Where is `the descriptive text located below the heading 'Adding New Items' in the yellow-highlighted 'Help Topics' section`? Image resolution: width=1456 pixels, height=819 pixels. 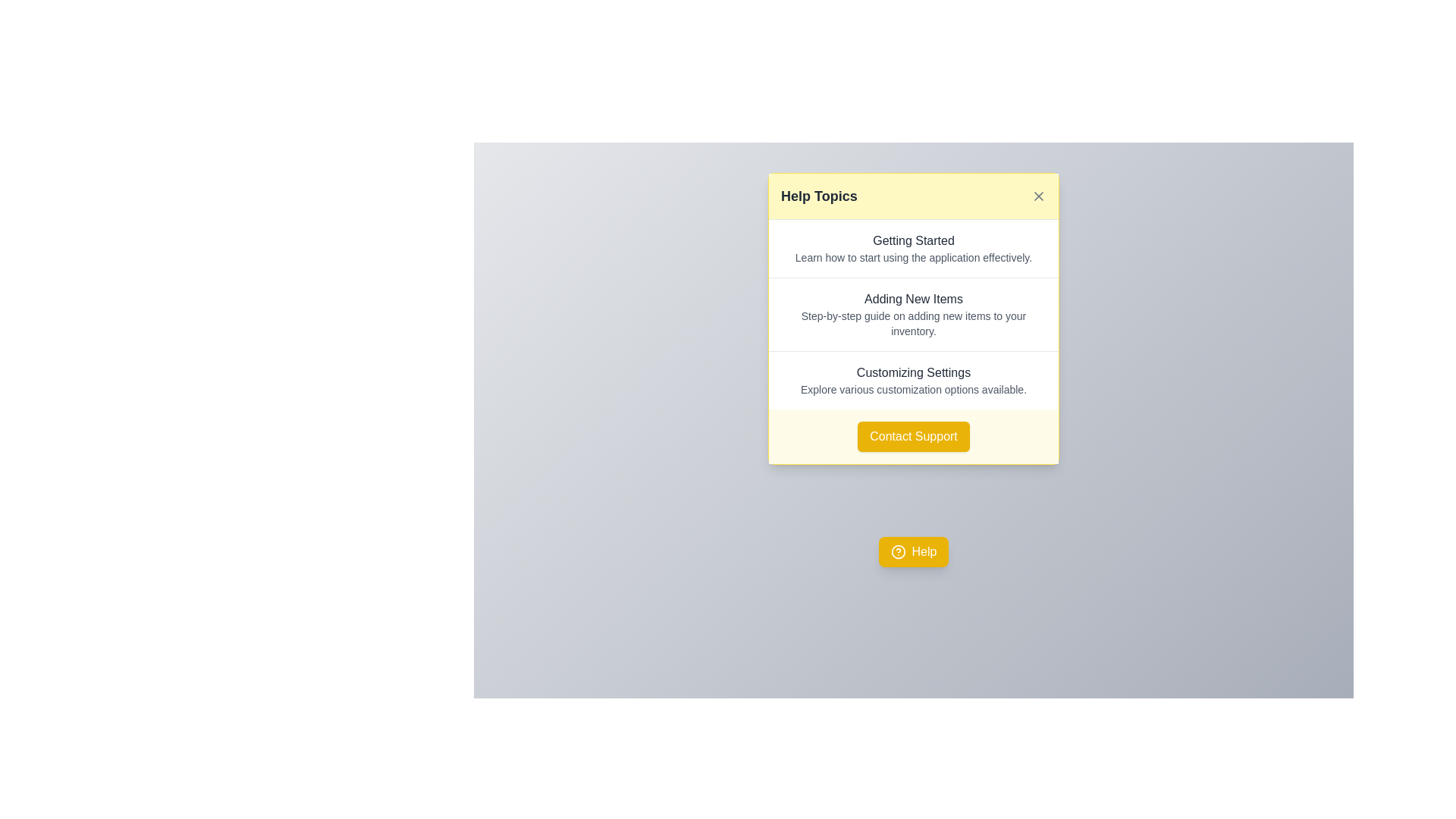
the descriptive text located below the heading 'Adding New Items' in the yellow-highlighted 'Help Topics' section is located at coordinates (912, 323).